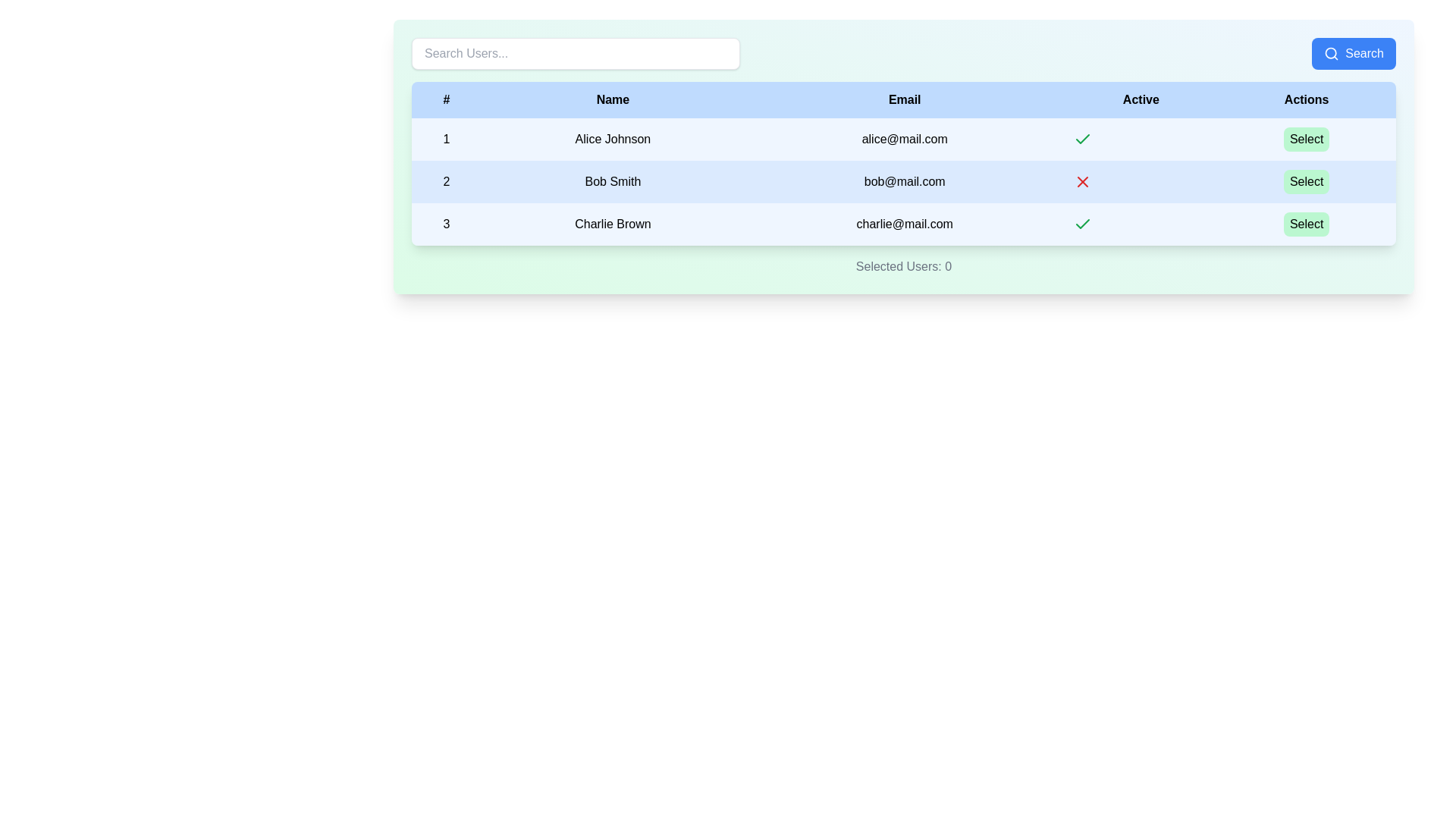 This screenshot has height=819, width=1456. What do you see at coordinates (903, 265) in the screenshot?
I see `the text display that reads 'Selected Users: 0', styled in gray at the bottom of the panel` at bounding box center [903, 265].